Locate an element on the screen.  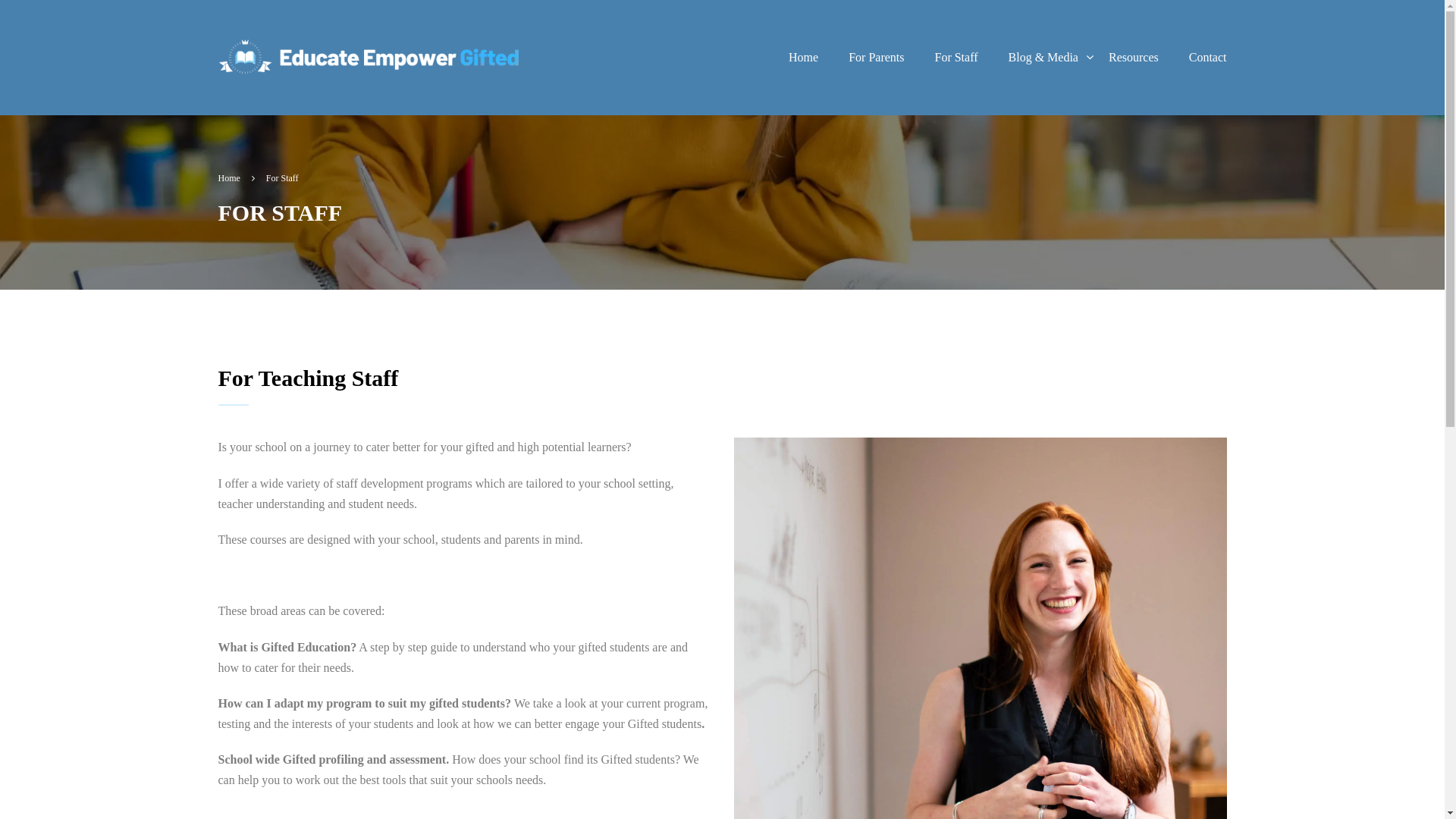
'Blog & Media' is located at coordinates (1043, 57).